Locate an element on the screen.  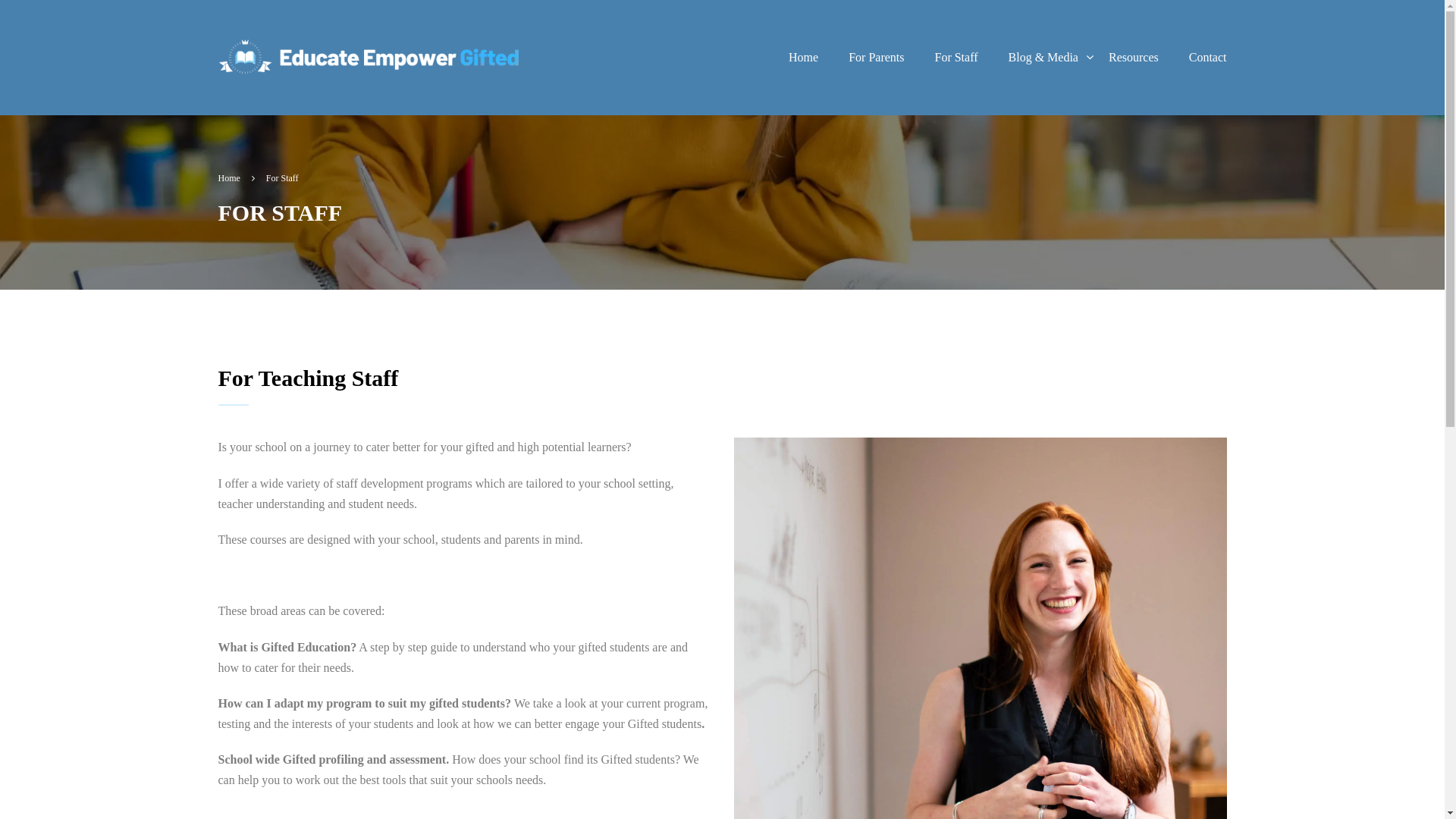
'Blog & Media' is located at coordinates (1043, 57).